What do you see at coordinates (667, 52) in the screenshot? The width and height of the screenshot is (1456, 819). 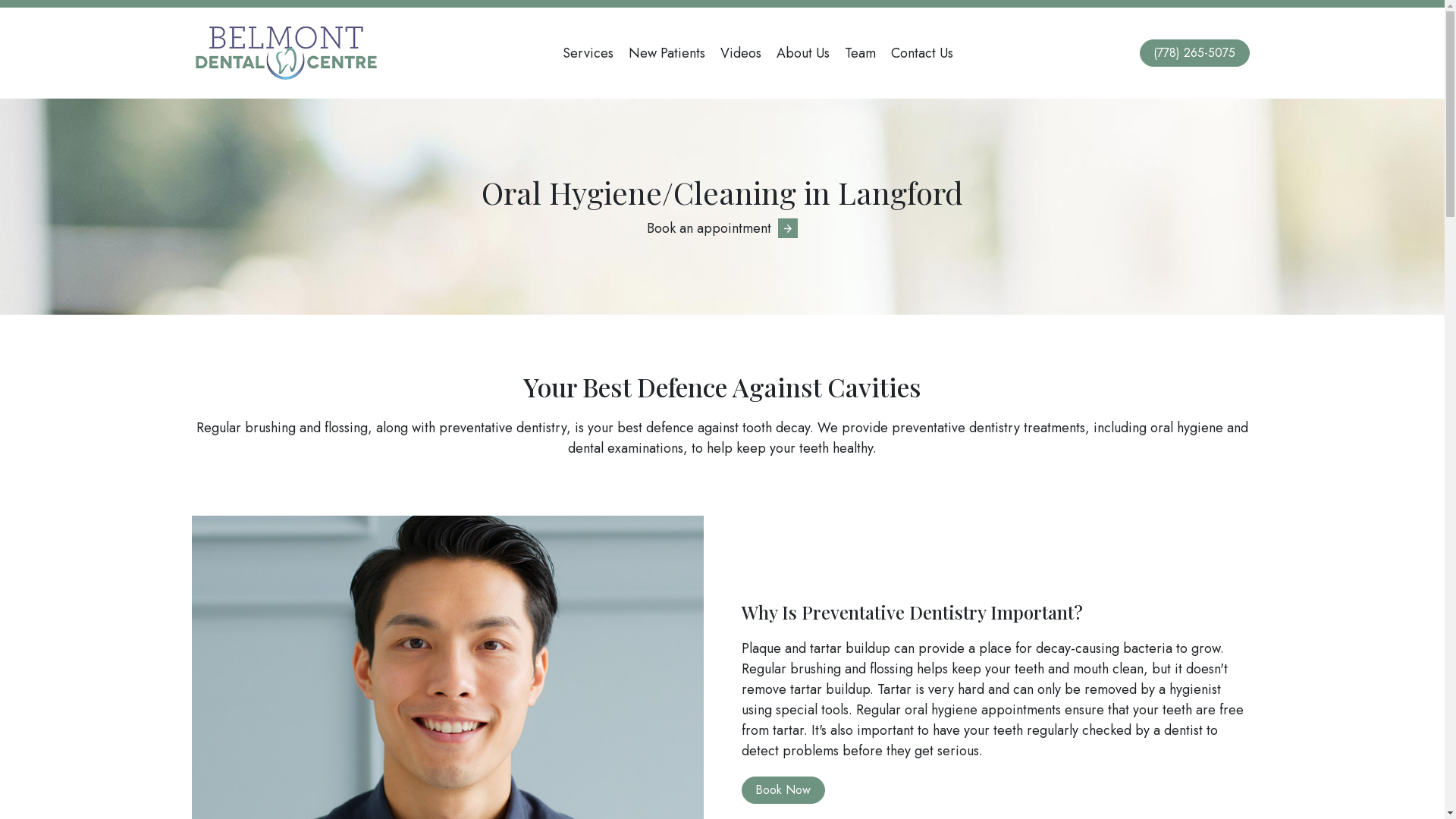 I see `'New Patients'` at bounding box center [667, 52].